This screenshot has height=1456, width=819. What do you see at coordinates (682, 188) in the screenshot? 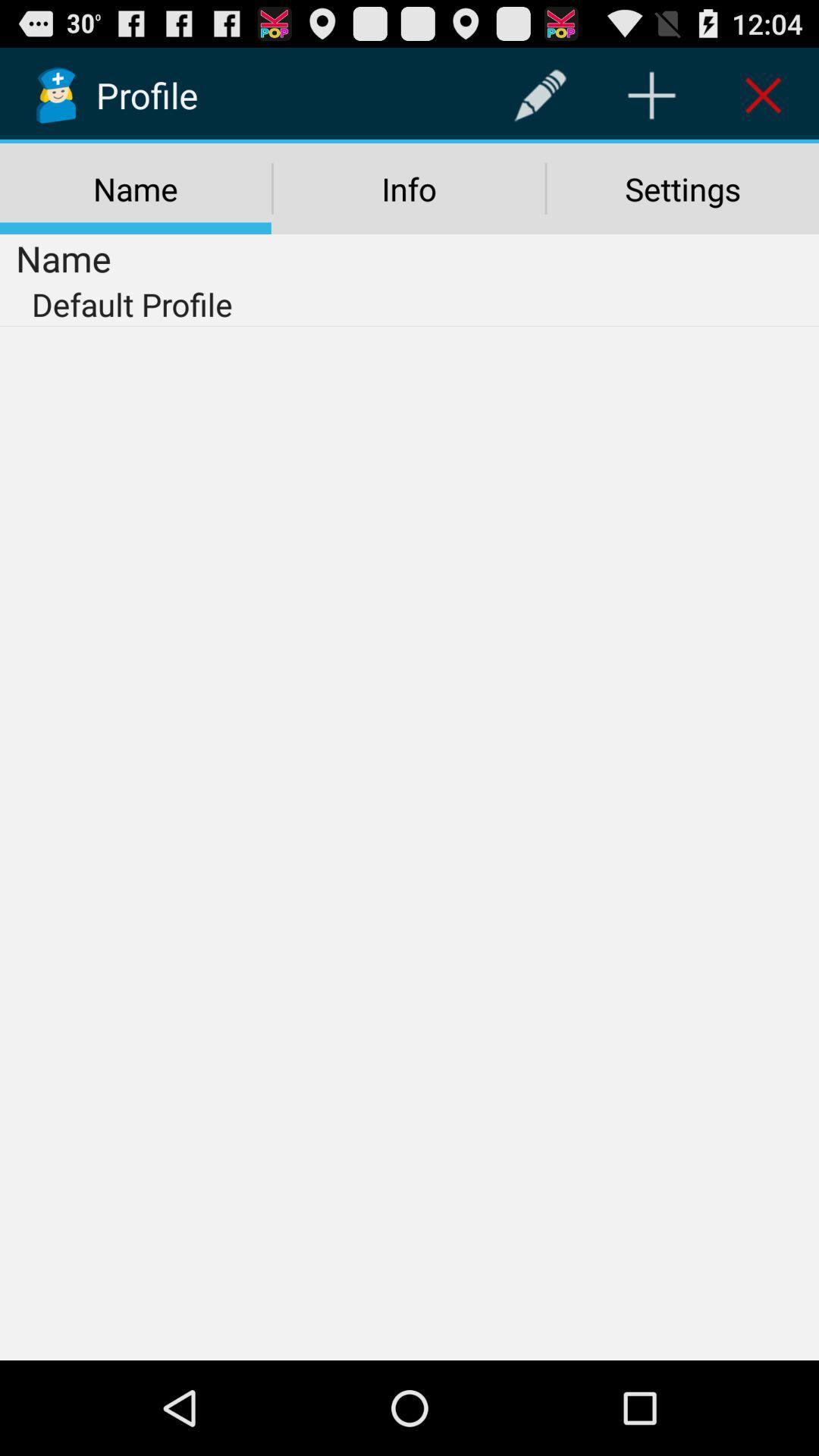
I see `the settings item` at bounding box center [682, 188].